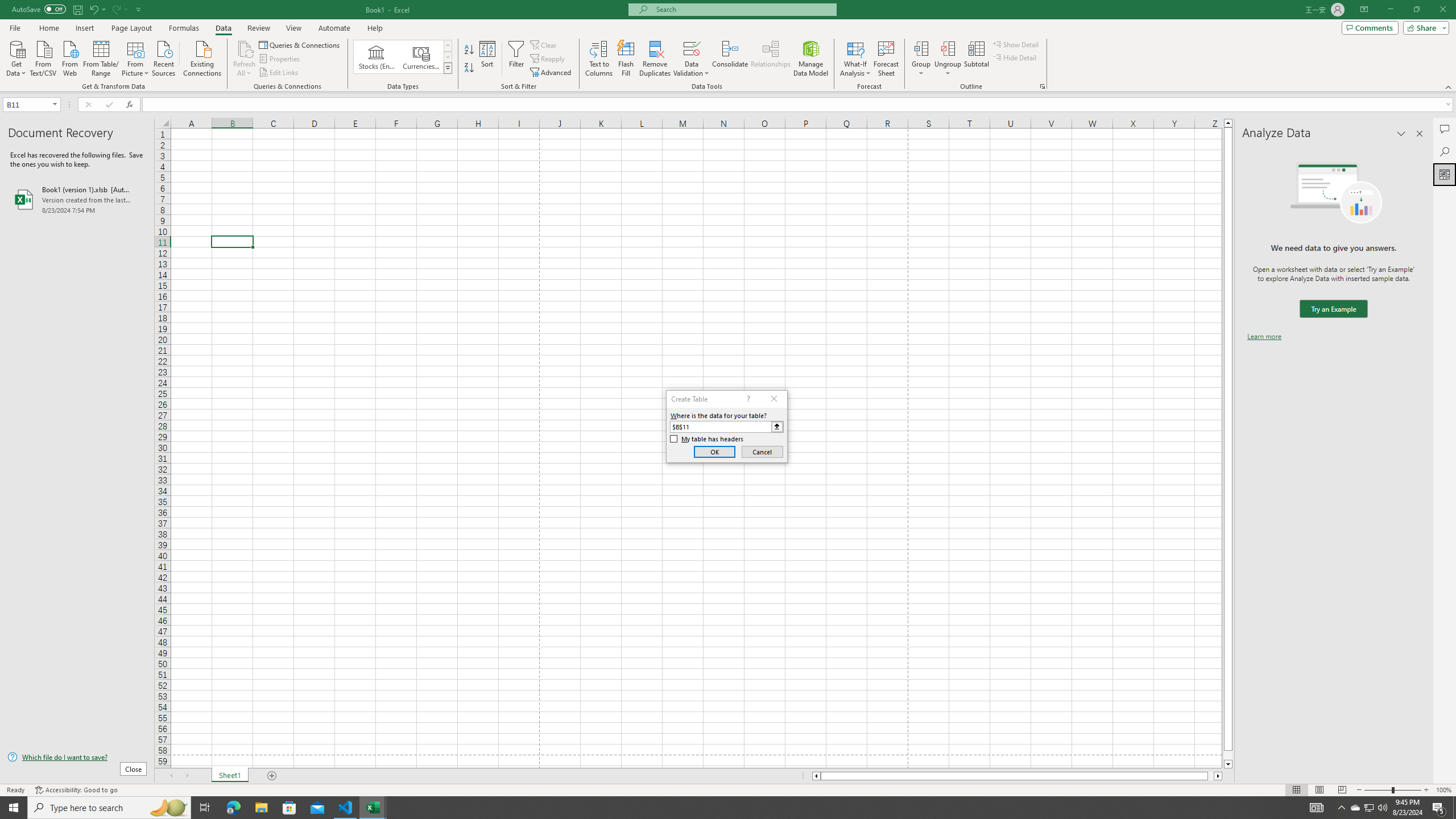 Image resolution: width=1456 pixels, height=819 pixels. What do you see at coordinates (6, 5) in the screenshot?
I see `'System'` at bounding box center [6, 5].